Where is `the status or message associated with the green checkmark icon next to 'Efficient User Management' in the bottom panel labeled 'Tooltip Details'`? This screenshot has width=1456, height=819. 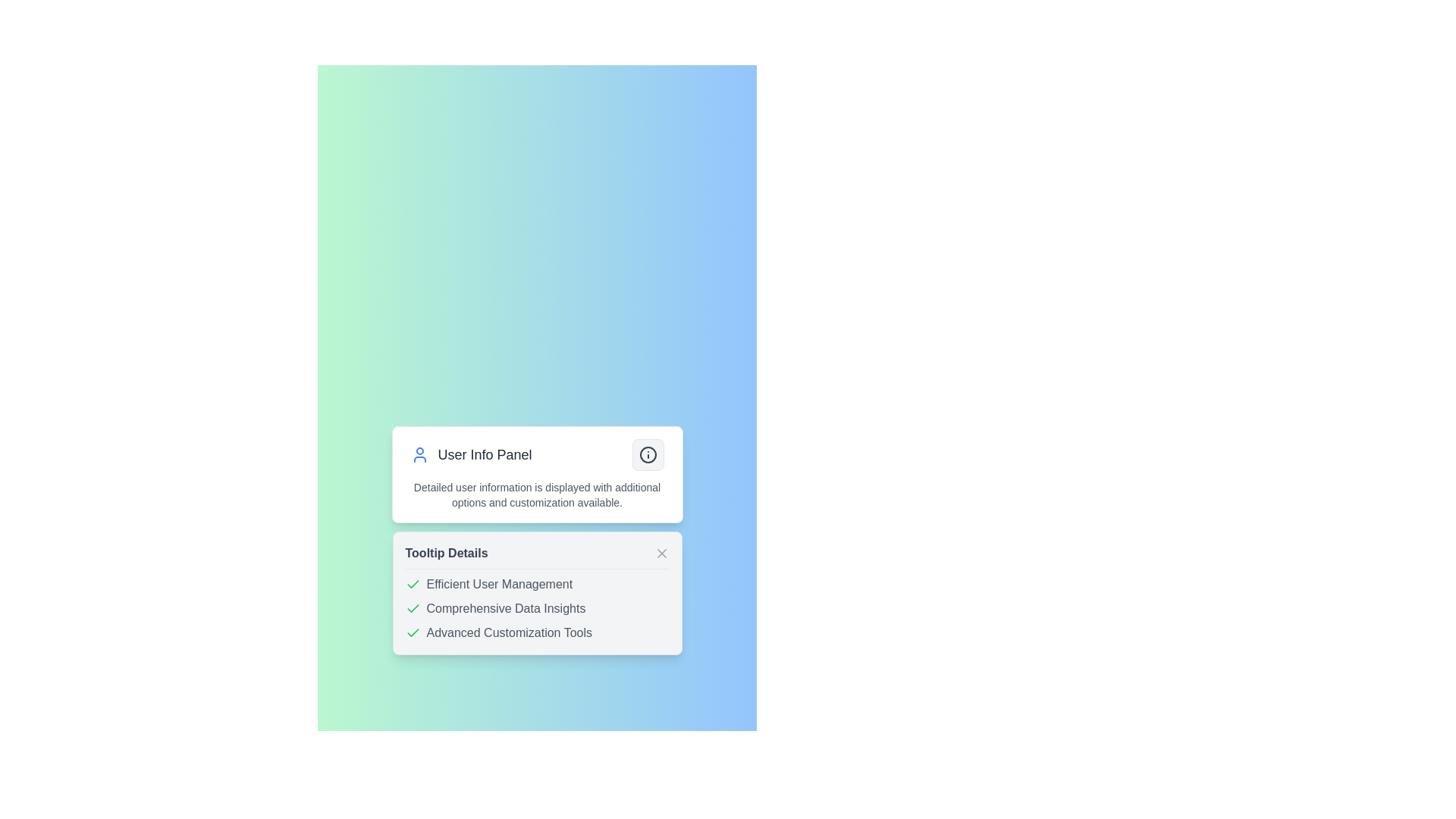
the status or message associated with the green checkmark icon next to 'Efficient User Management' in the bottom panel labeled 'Tooltip Details' is located at coordinates (413, 607).